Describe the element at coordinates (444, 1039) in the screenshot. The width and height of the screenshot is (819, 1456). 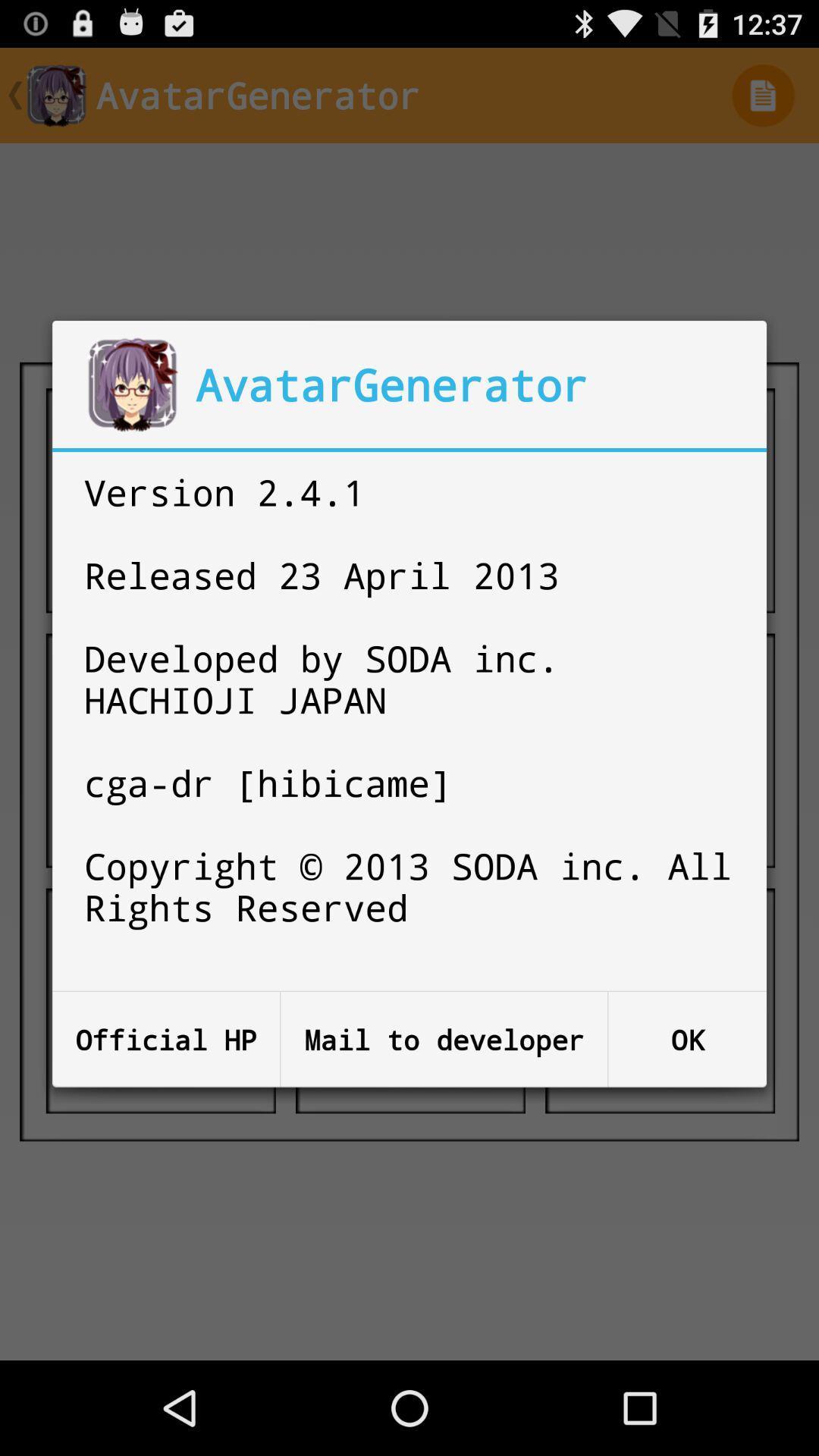
I see `icon at the bottom` at that location.